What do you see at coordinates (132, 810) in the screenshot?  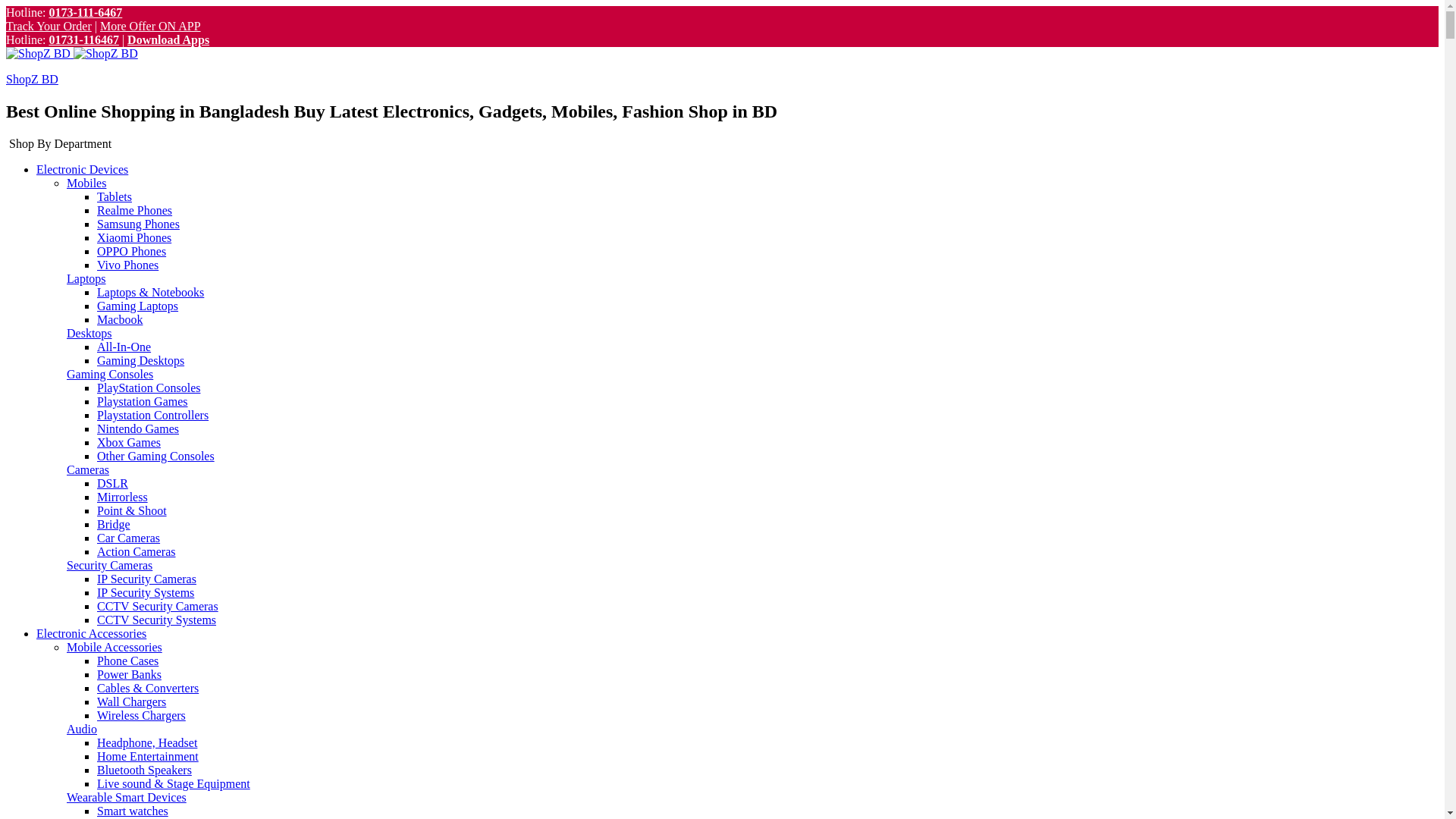 I see `'Smart watches'` at bounding box center [132, 810].